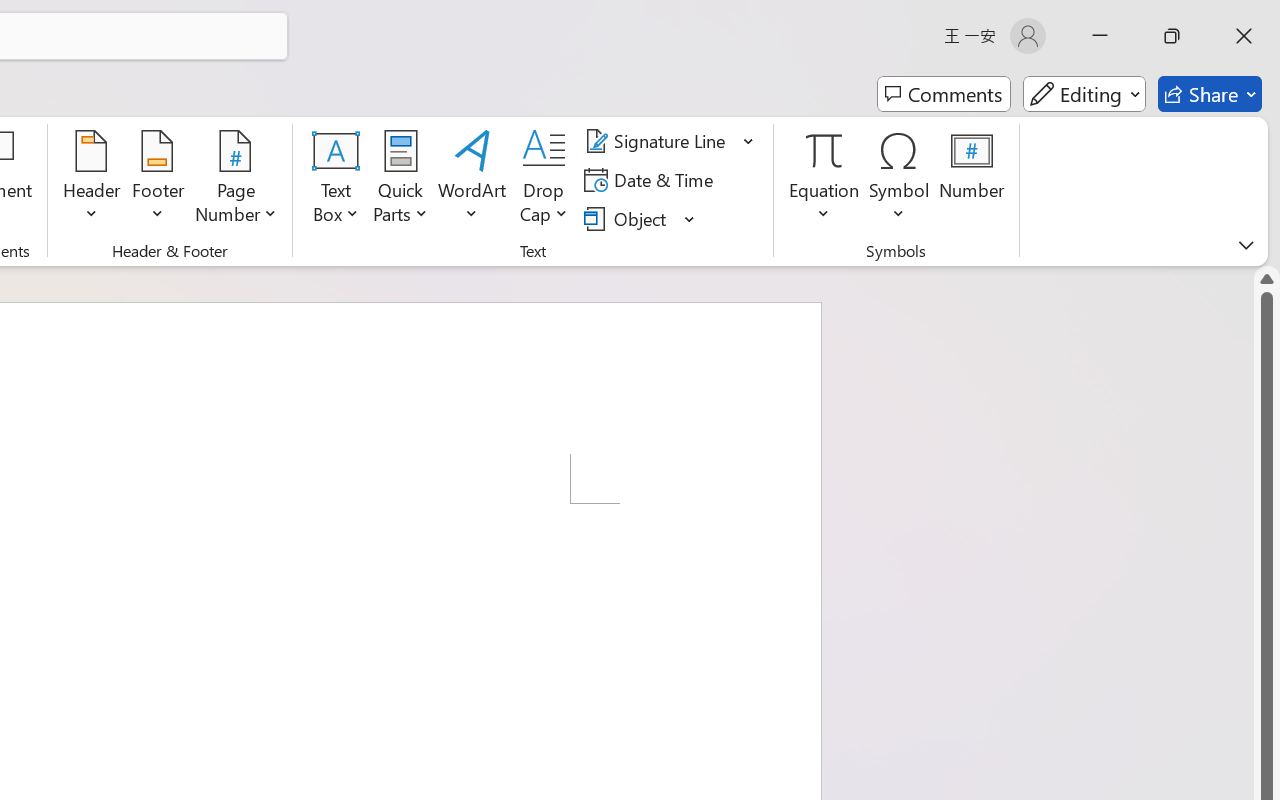 The image size is (1280, 800). Describe the element at coordinates (670, 141) in the screenshot. I see `'Signature Line'` at that location.